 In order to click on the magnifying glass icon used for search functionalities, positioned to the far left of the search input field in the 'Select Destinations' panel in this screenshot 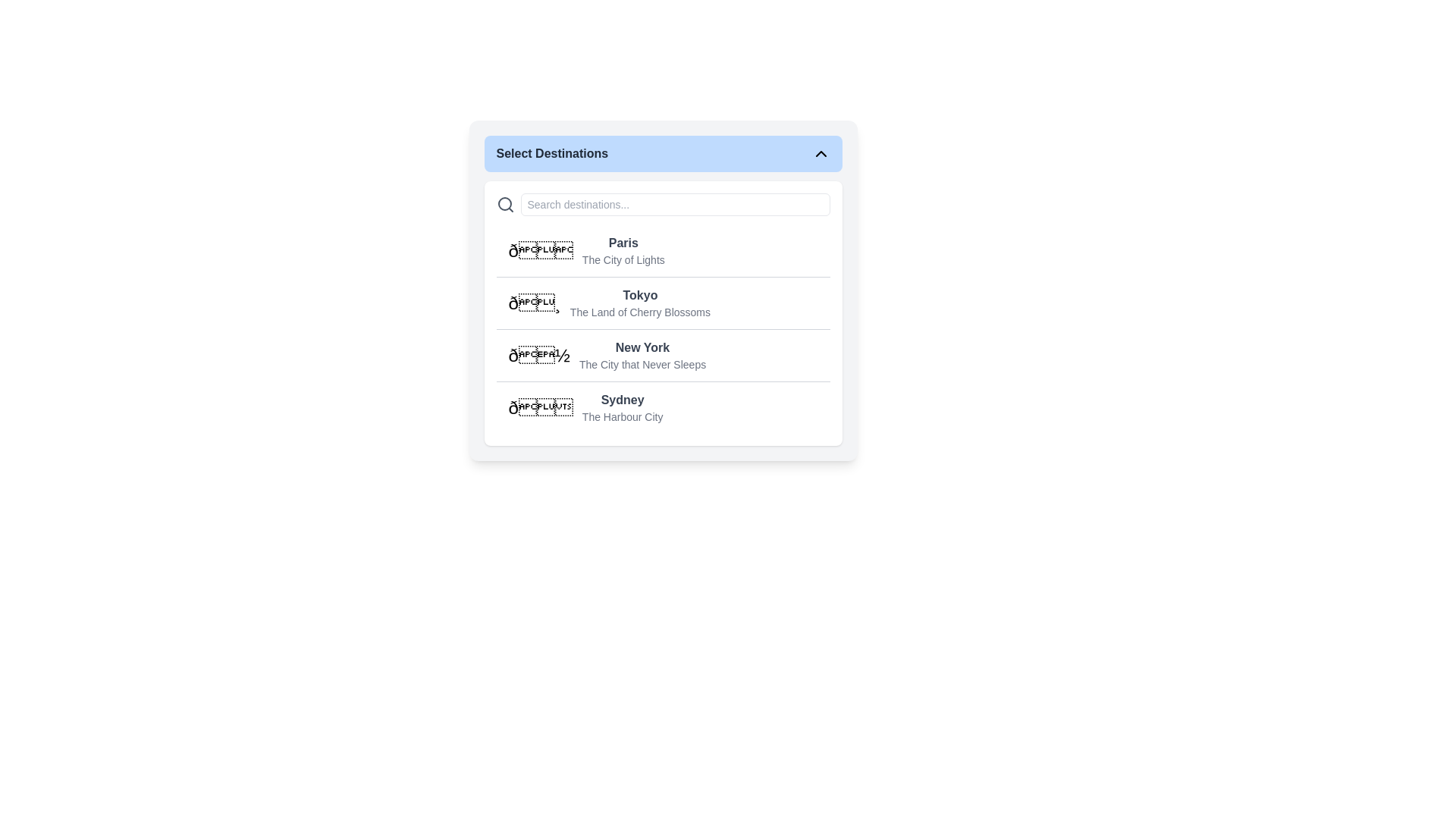, I will do `click(505, 205)`.